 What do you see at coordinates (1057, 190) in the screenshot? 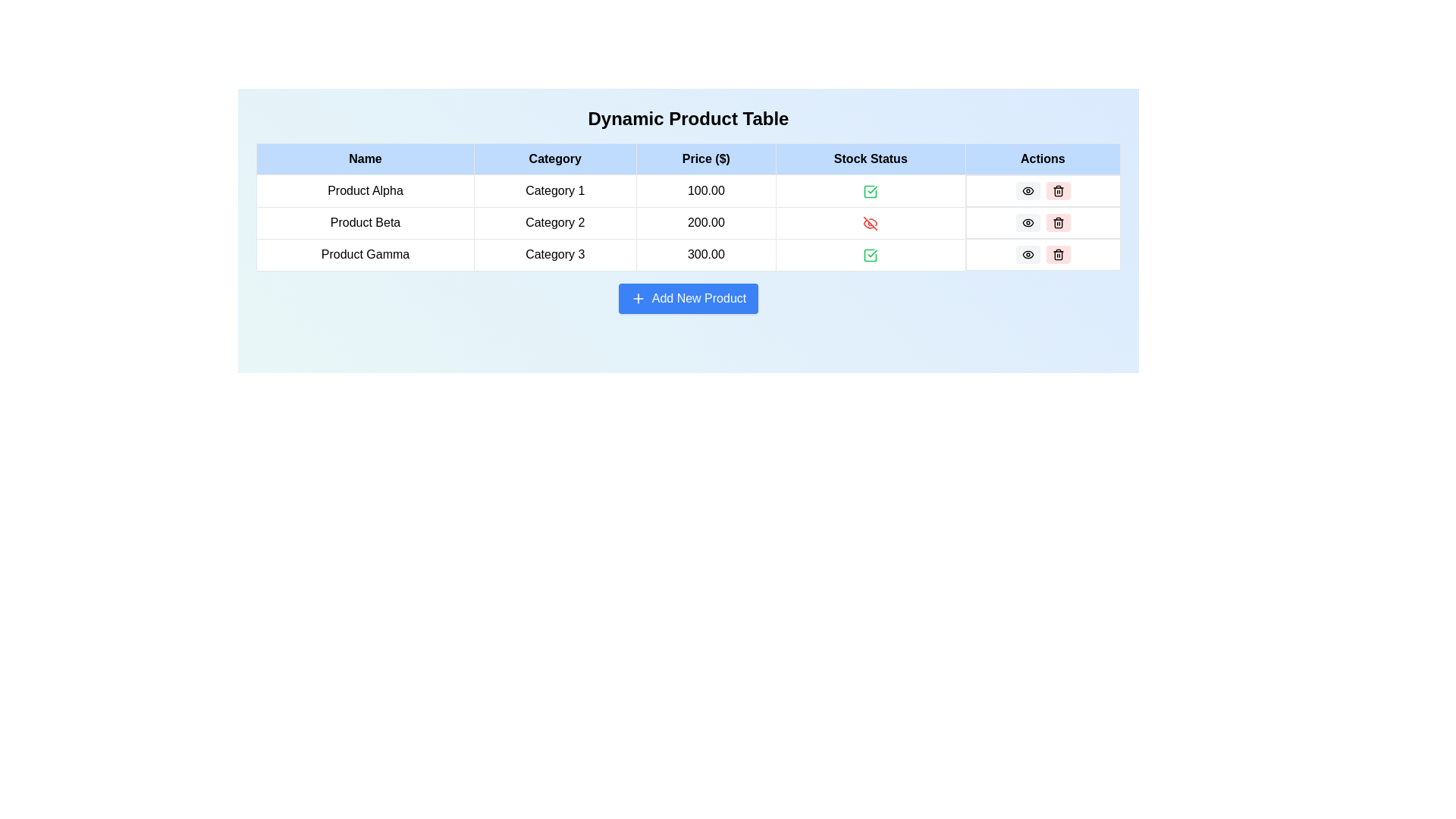
I see `the small, rectangular delete button with a trash icon located on the right side of the actions column in the second row of the dynamic product table` at bounding box center [1057, 190].